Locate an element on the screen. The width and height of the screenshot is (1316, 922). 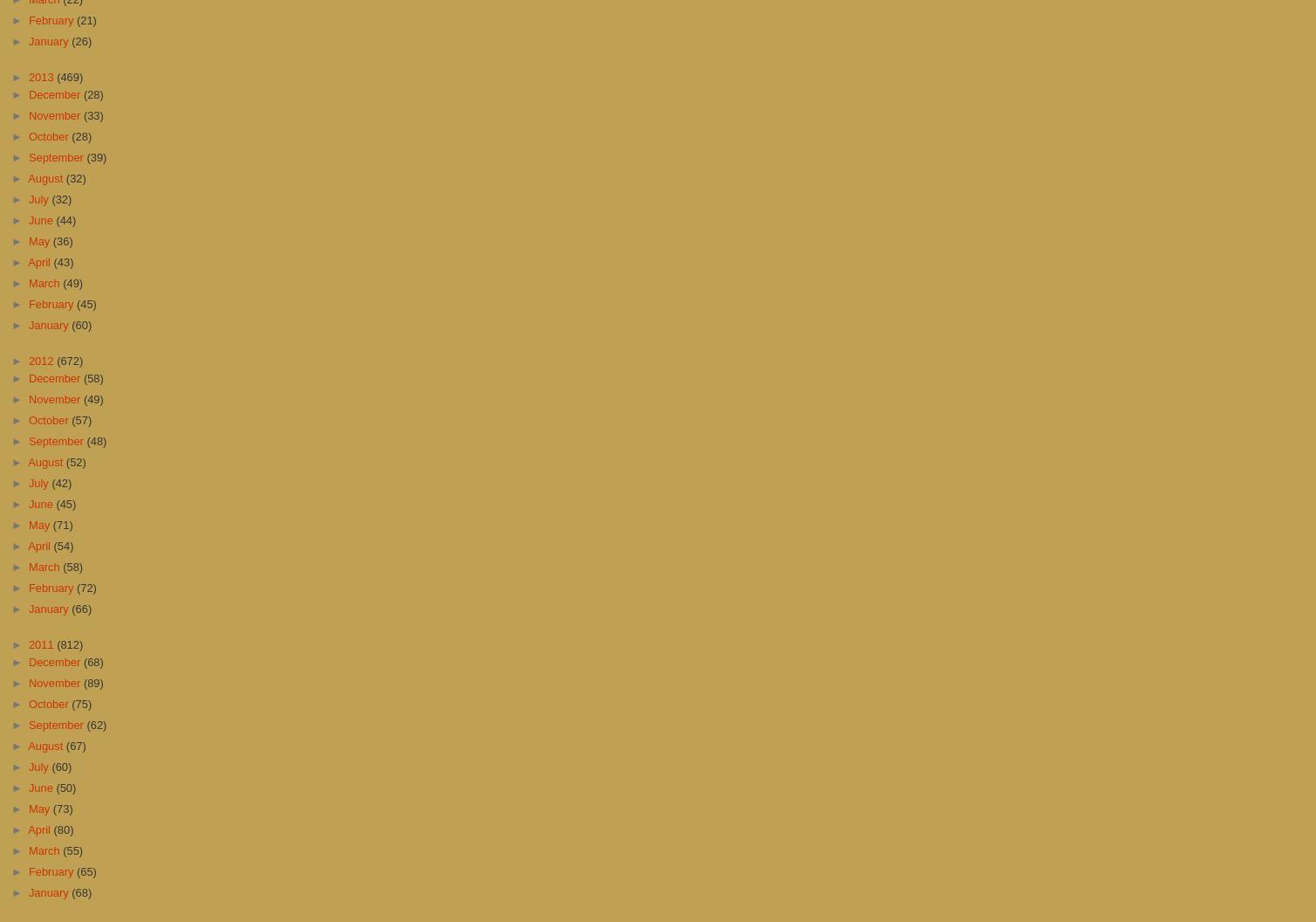
'(66)' is located at coordinates (81, 608).